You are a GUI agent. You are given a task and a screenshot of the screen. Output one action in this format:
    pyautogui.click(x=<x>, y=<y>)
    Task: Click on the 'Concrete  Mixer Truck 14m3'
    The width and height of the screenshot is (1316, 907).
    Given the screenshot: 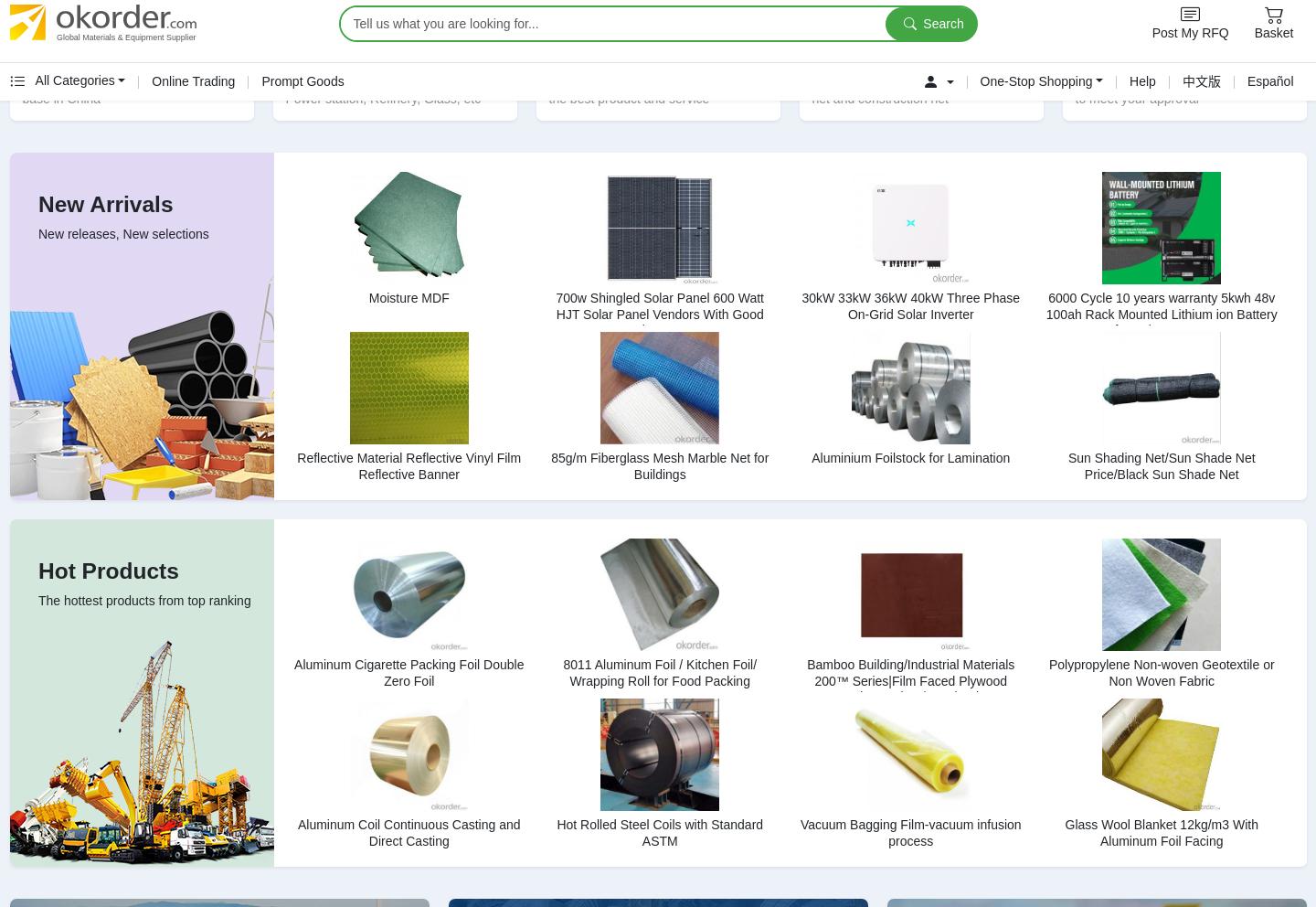 What is the action you would take?
    pyautogui.click(x=101, y=336)
    